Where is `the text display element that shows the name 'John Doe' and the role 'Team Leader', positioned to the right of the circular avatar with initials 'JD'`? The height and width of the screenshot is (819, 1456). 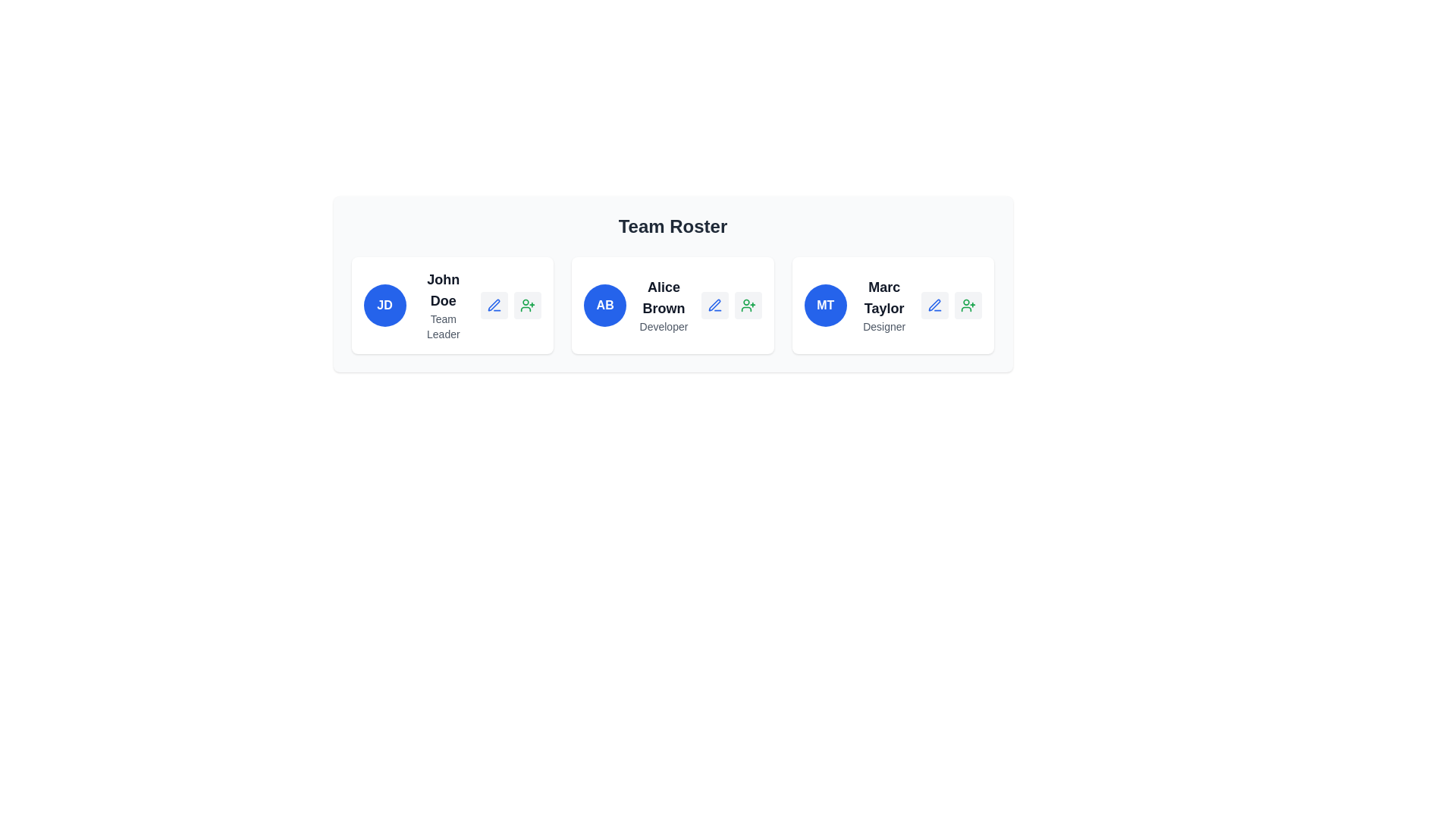 the text display element that shows the name 'John Doe' and the role 'Team Leader', positioned to the right of the circular avatar with initials 'JD' is located at coordinates (442, 305).